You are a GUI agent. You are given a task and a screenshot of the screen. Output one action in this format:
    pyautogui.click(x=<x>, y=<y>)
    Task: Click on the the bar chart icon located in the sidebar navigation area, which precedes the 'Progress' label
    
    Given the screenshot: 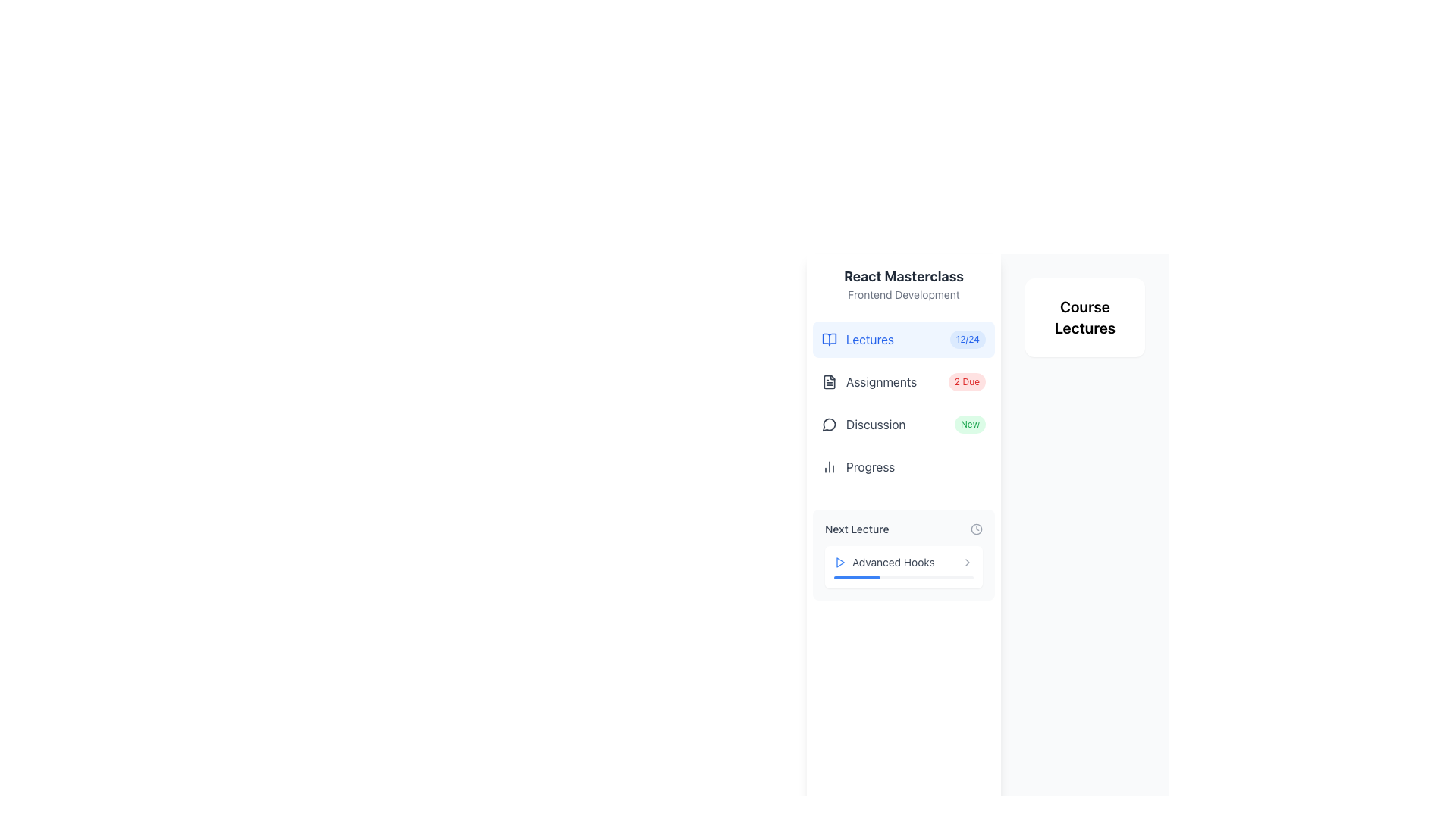 What is the action you would take?
    pyautogui.click(x=829, y=466)
    